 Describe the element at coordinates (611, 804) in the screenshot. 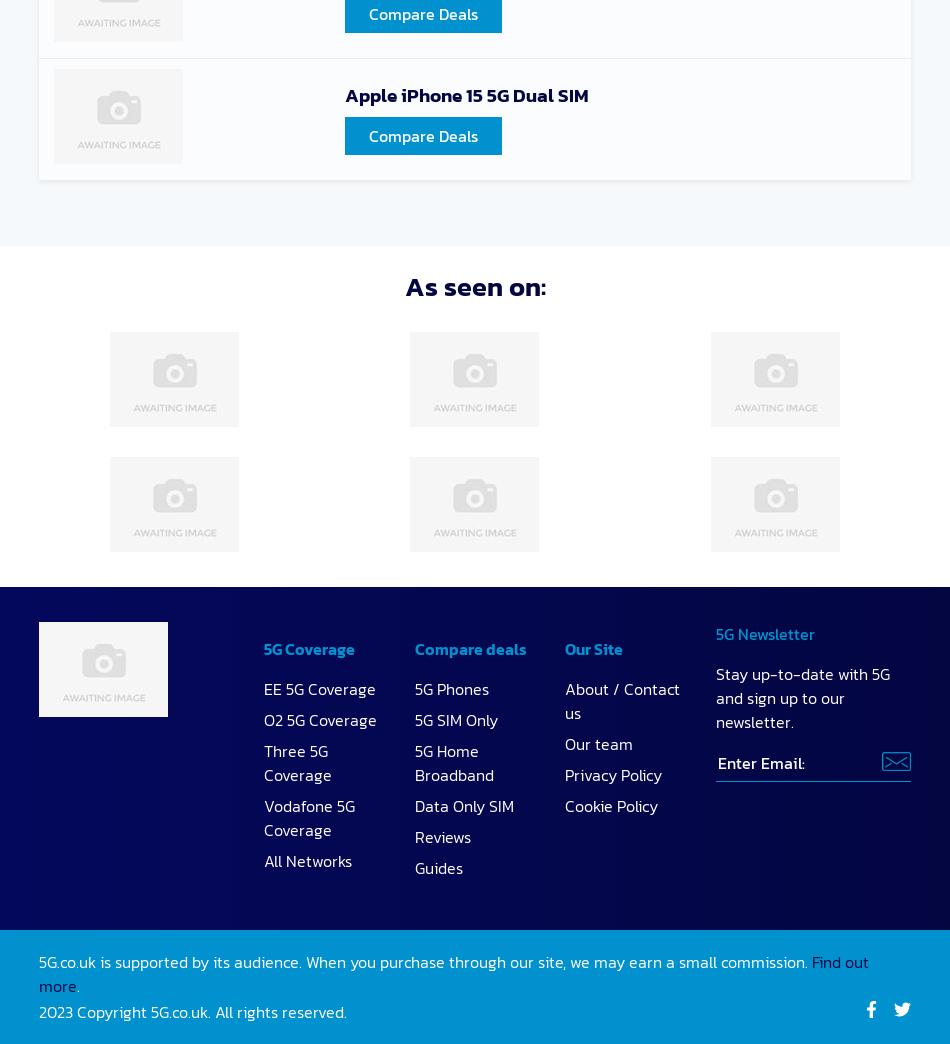

I see `'Cookie Policy'` at that location.